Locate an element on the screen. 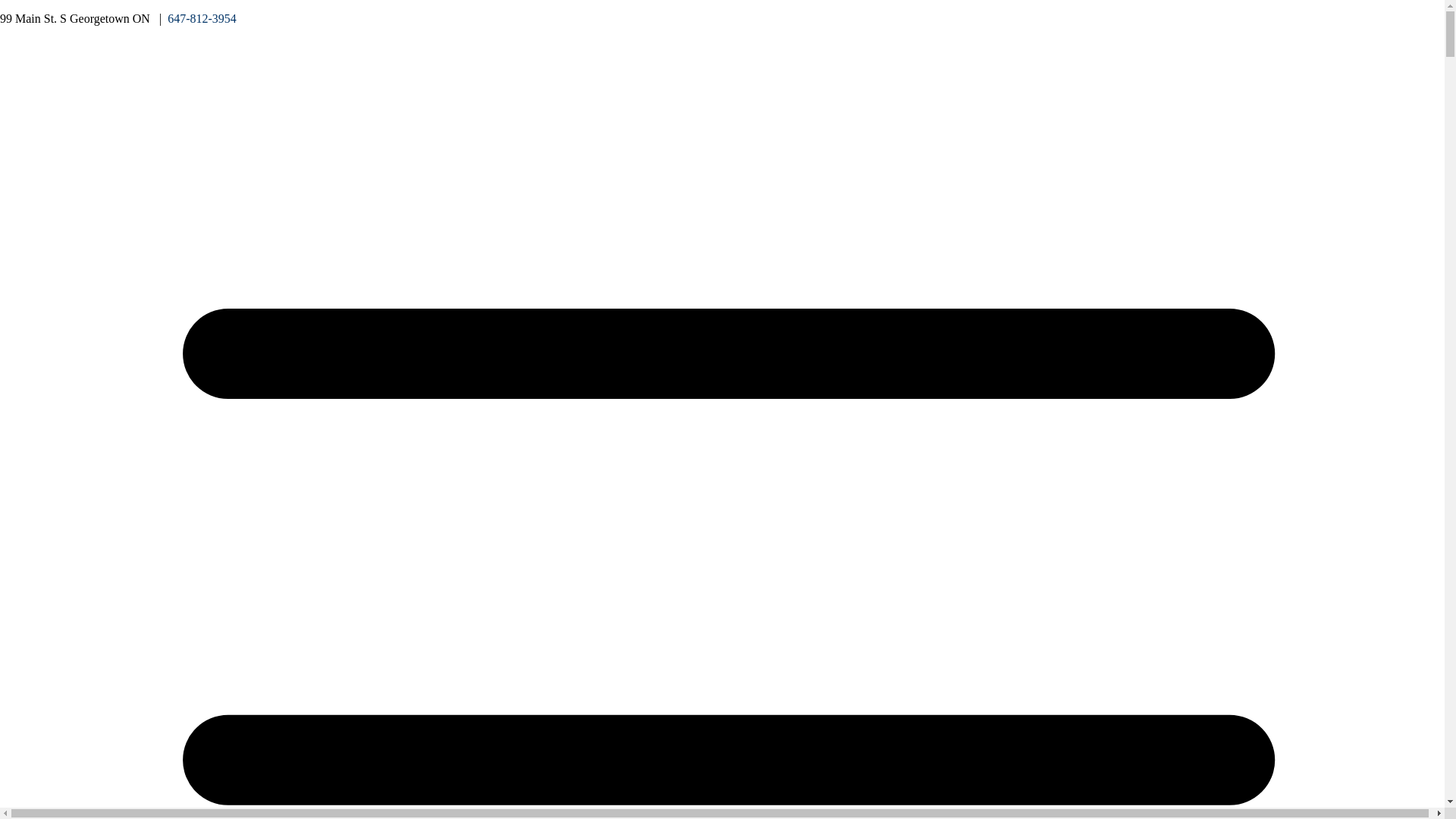 The image size is (1456, 819). '647-812-3954' is located at coordinates (201, 18).